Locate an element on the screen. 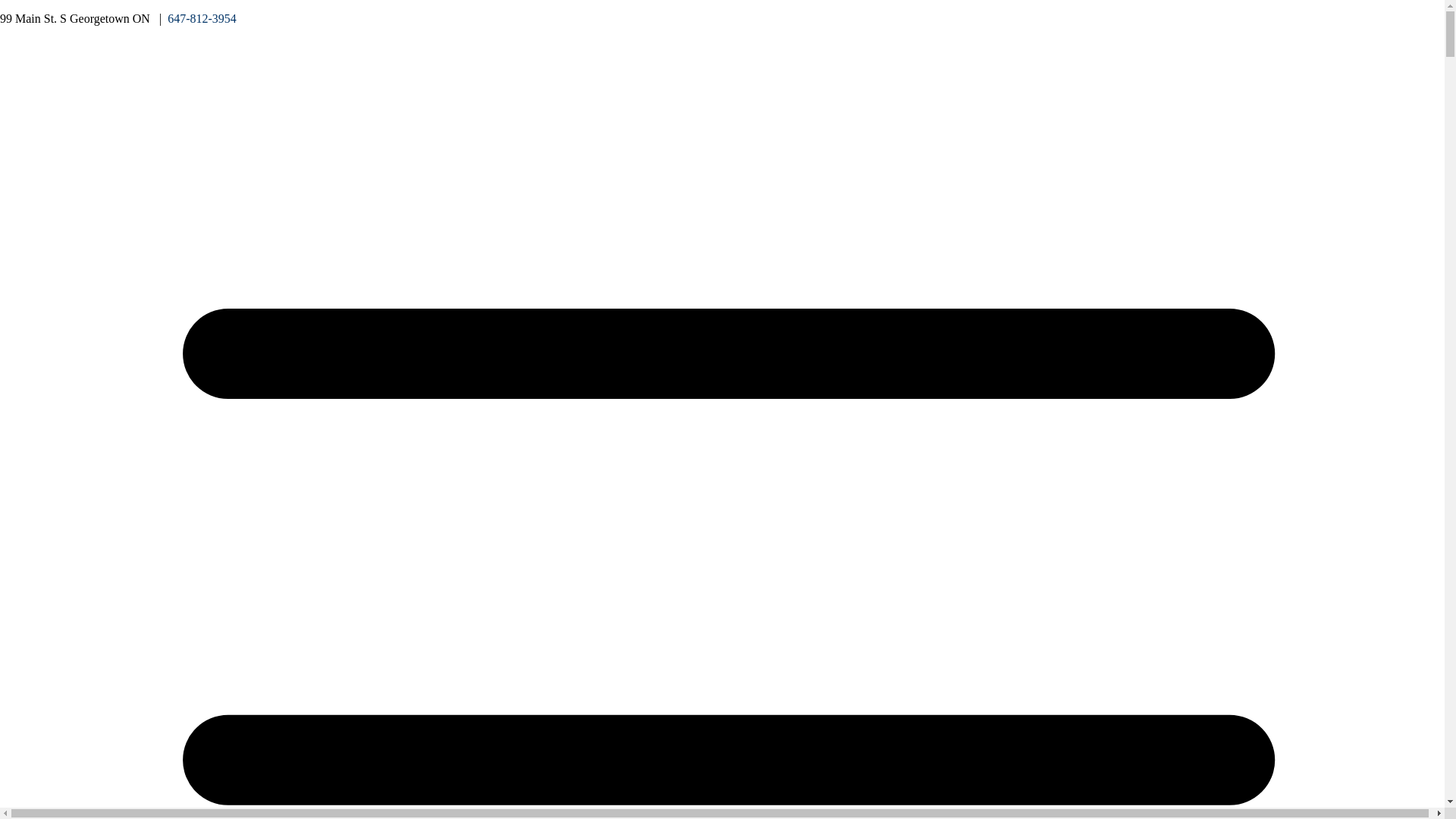 The image size is (1456, 819). '647-812-3954' is located at coordinates (201, 18).